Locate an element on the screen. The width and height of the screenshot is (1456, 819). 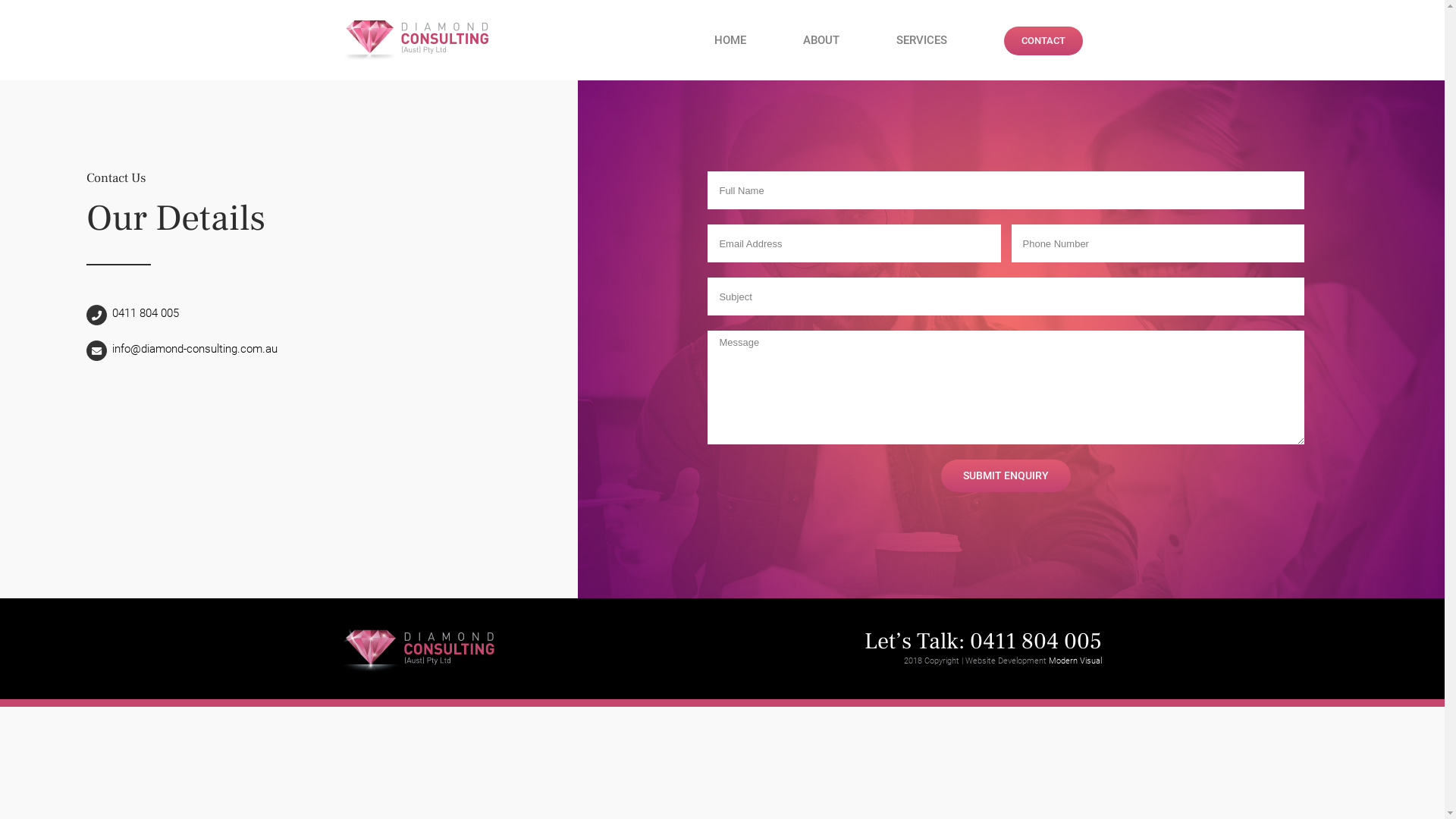
'diamond-consulting-logo-black@2x' is located at coordinates (419, 649).